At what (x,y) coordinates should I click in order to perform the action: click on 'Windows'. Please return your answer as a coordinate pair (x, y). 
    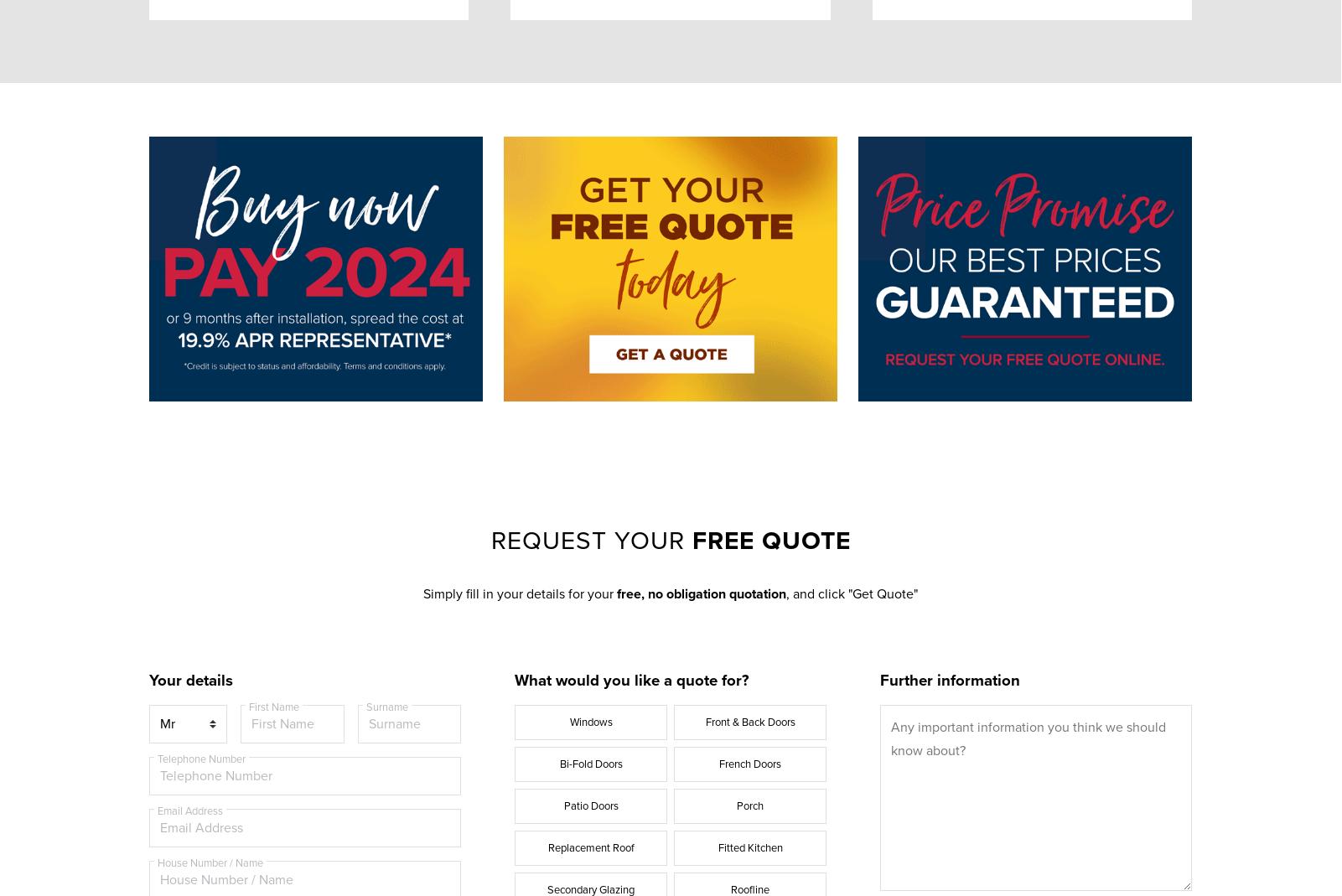
    Looking at the image, I should click on (589, 720).